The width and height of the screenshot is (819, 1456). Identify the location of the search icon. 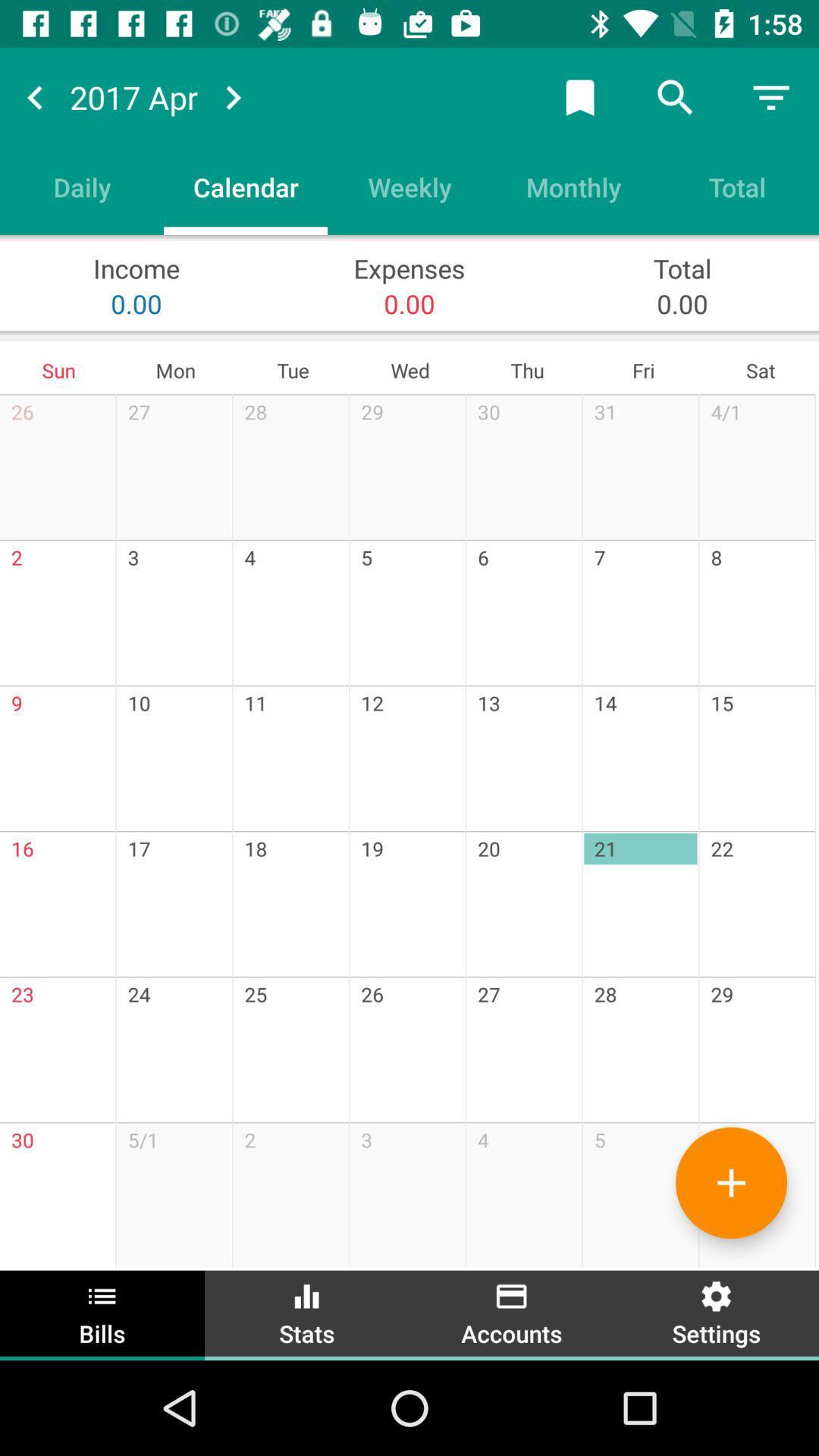
(675, 96).